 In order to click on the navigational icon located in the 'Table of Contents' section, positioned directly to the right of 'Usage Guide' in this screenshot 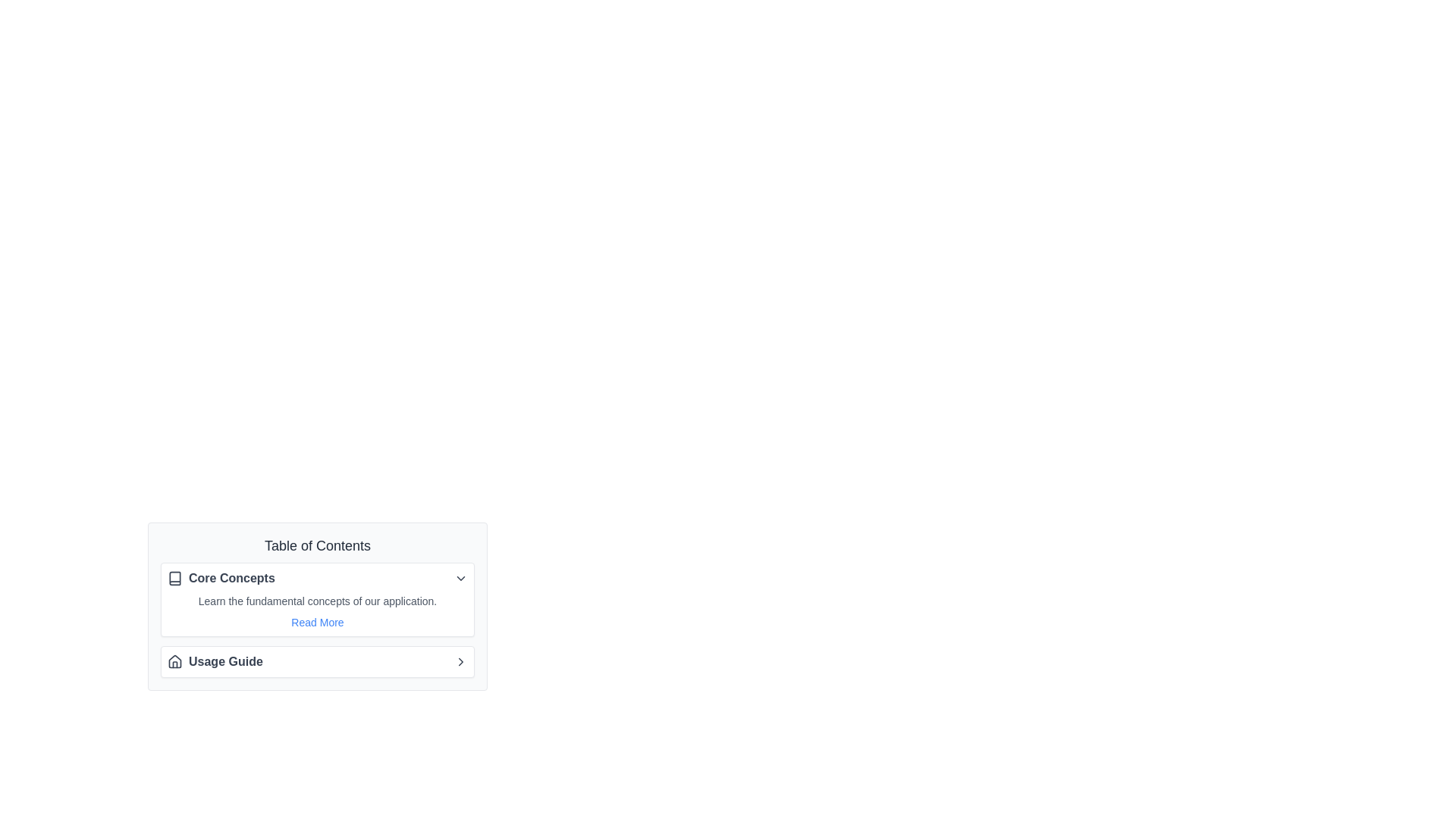, I will do `click(460, 661)`.